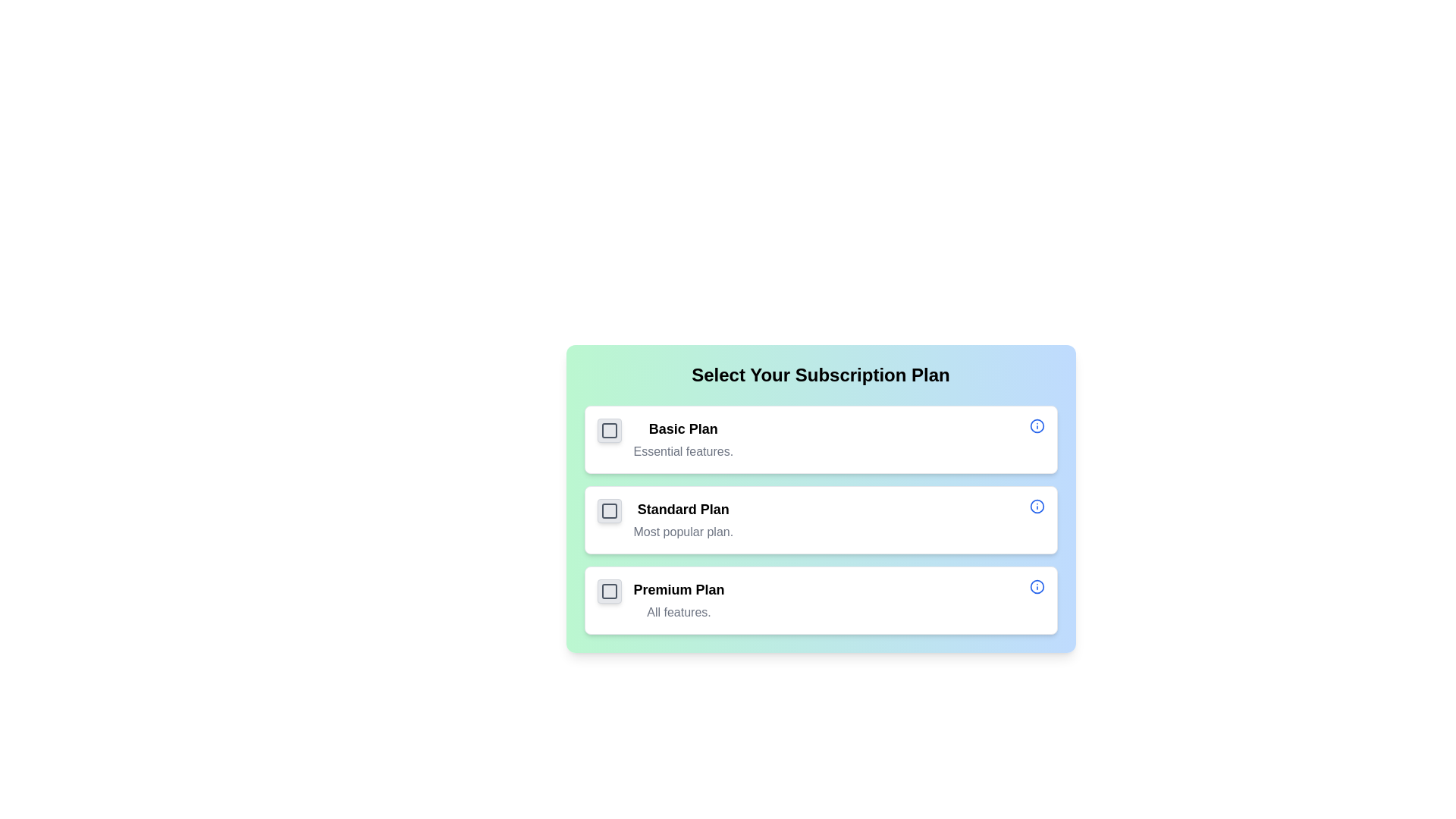 The width and height of the screenshot is (1456, 819). What do you see at coordinates (609, 511) in the screenshot?
I see `the Checkbox indicator located to the left of the 'Standard Plan' subscription option to receive focus feedback` at bounding box center [609, 511].